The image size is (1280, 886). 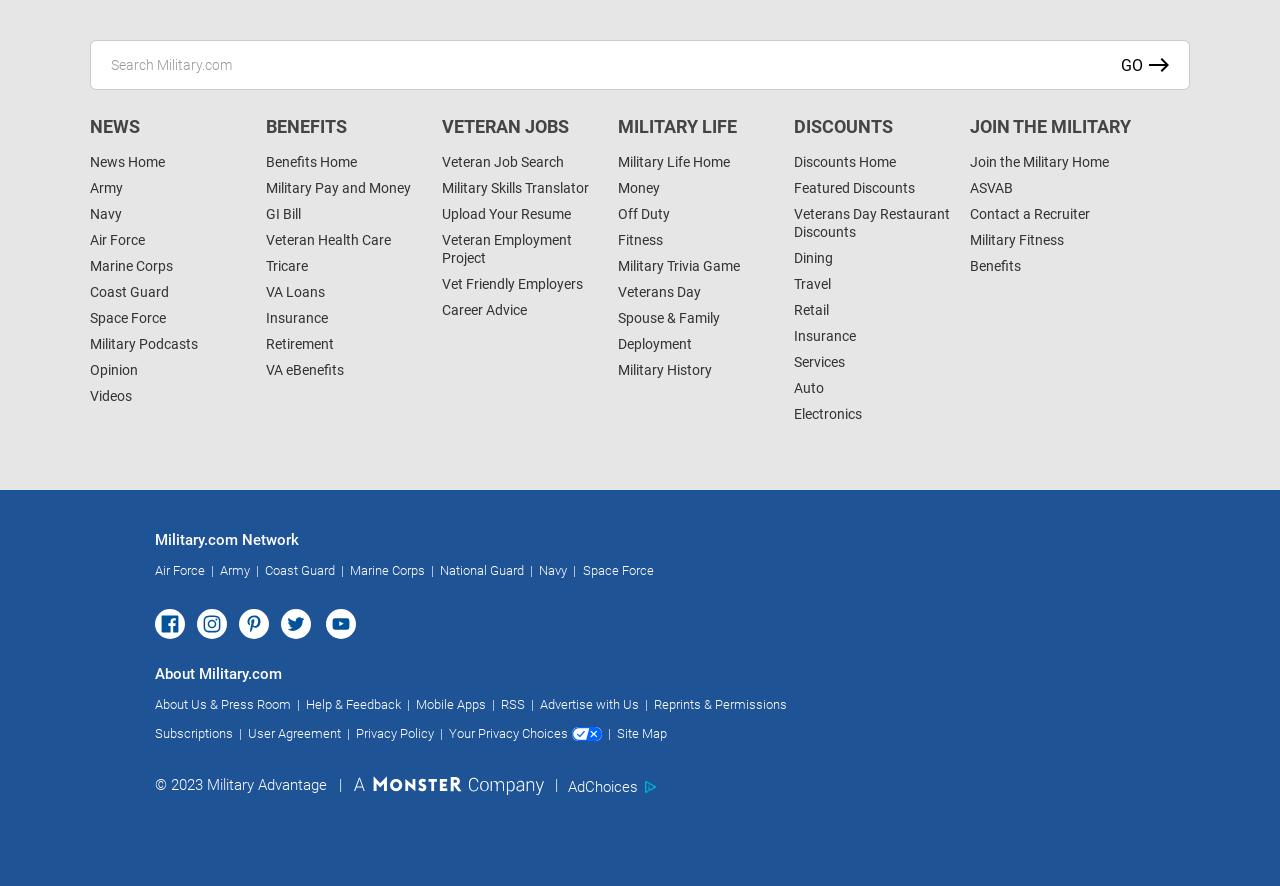 I want to click on 'Help & Feedback', so click(x=353, y=703).